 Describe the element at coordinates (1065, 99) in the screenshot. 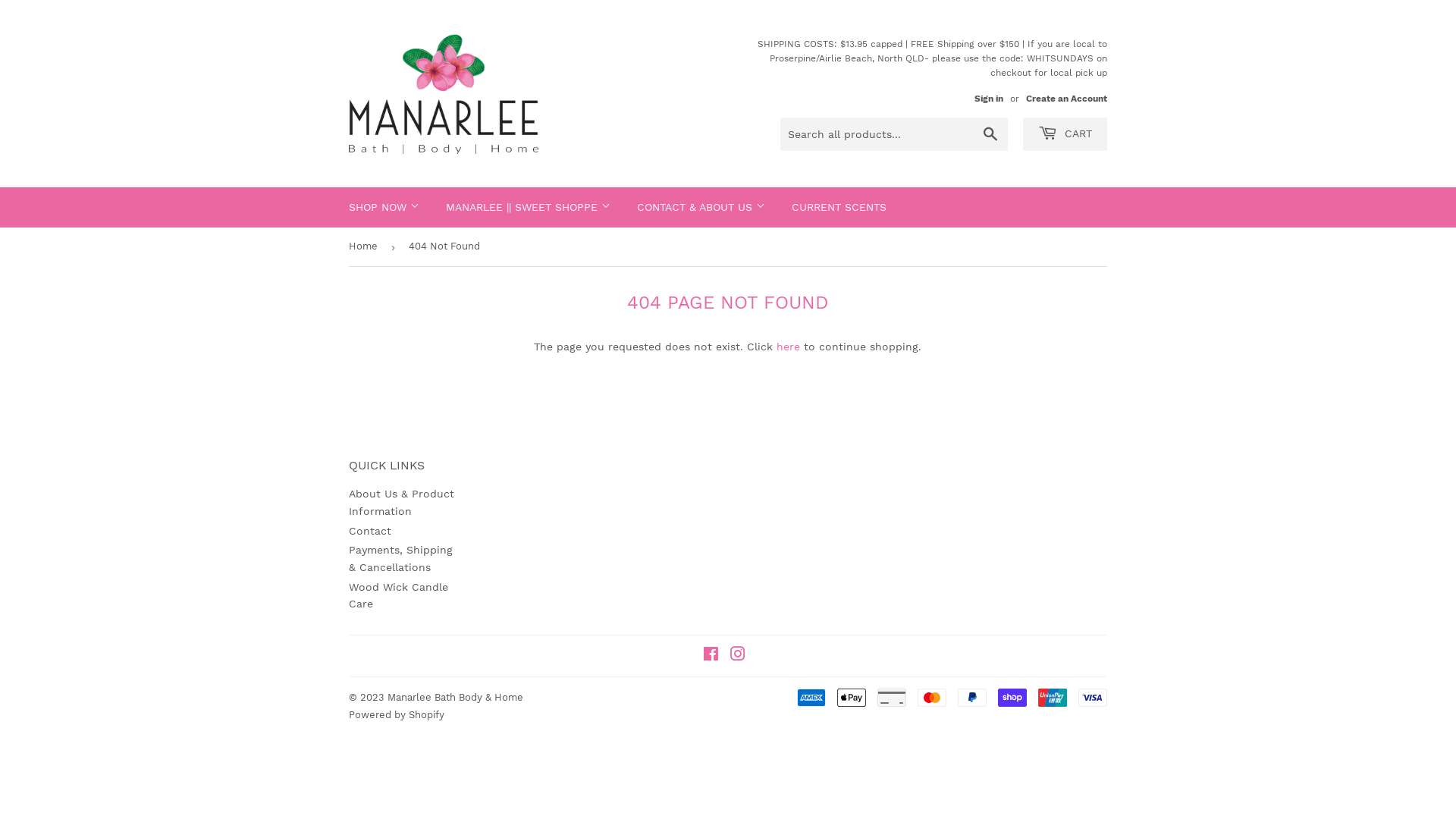

I see `'Create an Account'` at that location.